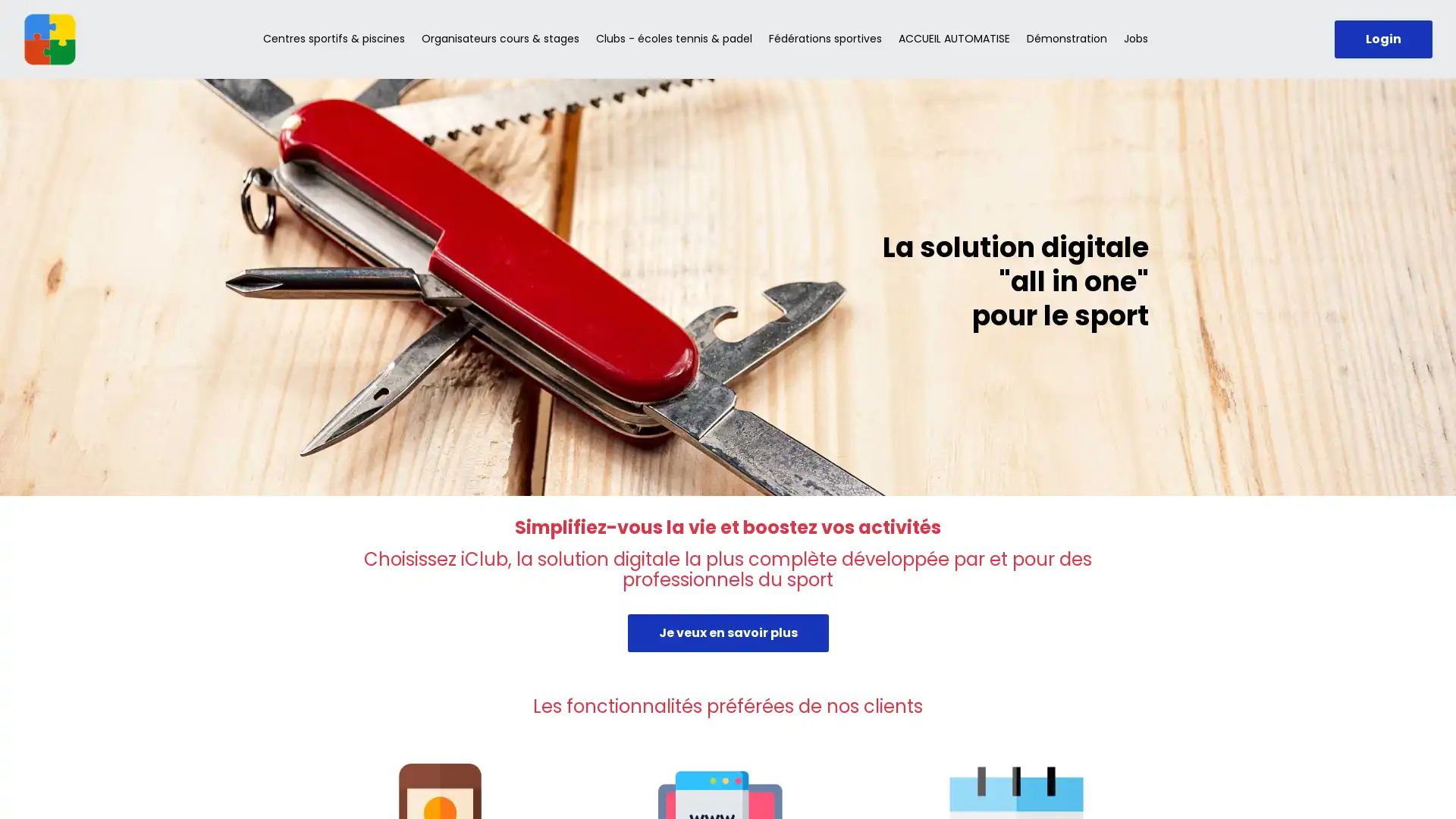 This screenshot has height=819, width=1456. What do you see at coordinates (952, 38) in the screenshot?
I see `ACCUEIL AUTOMATISE` at bounding box center [952, 38].